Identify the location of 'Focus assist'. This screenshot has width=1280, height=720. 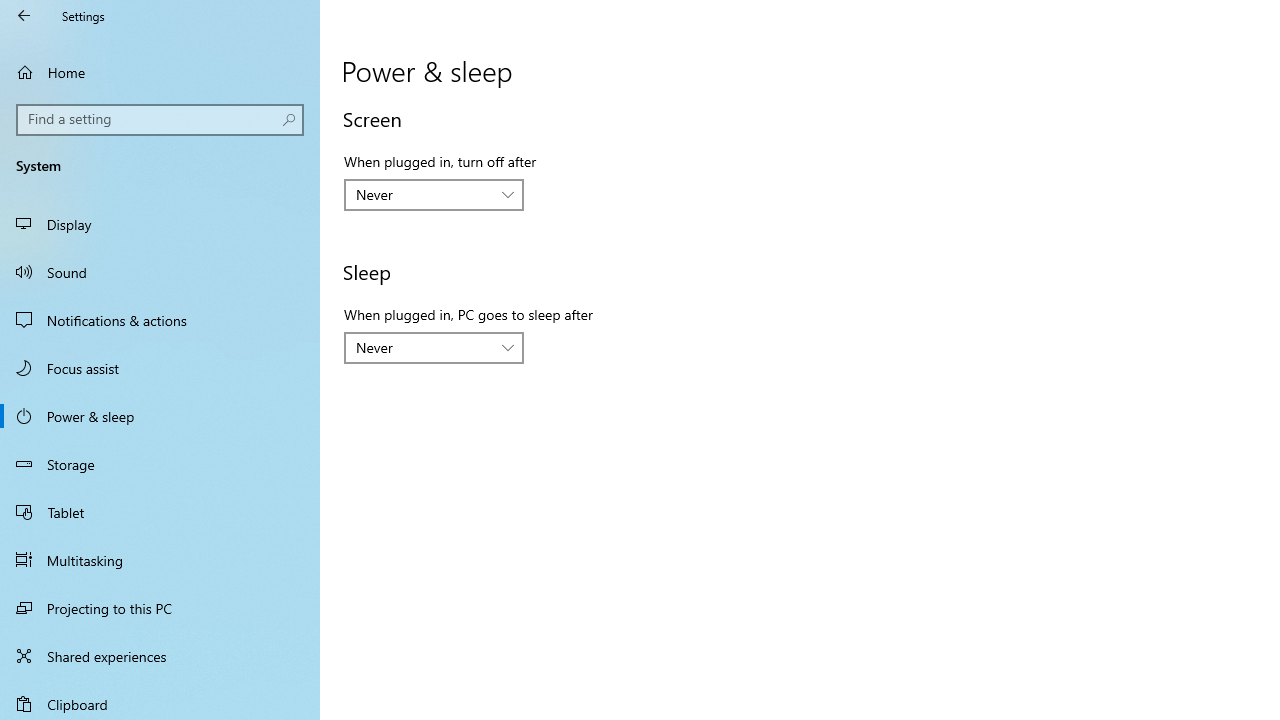
(160, 367).